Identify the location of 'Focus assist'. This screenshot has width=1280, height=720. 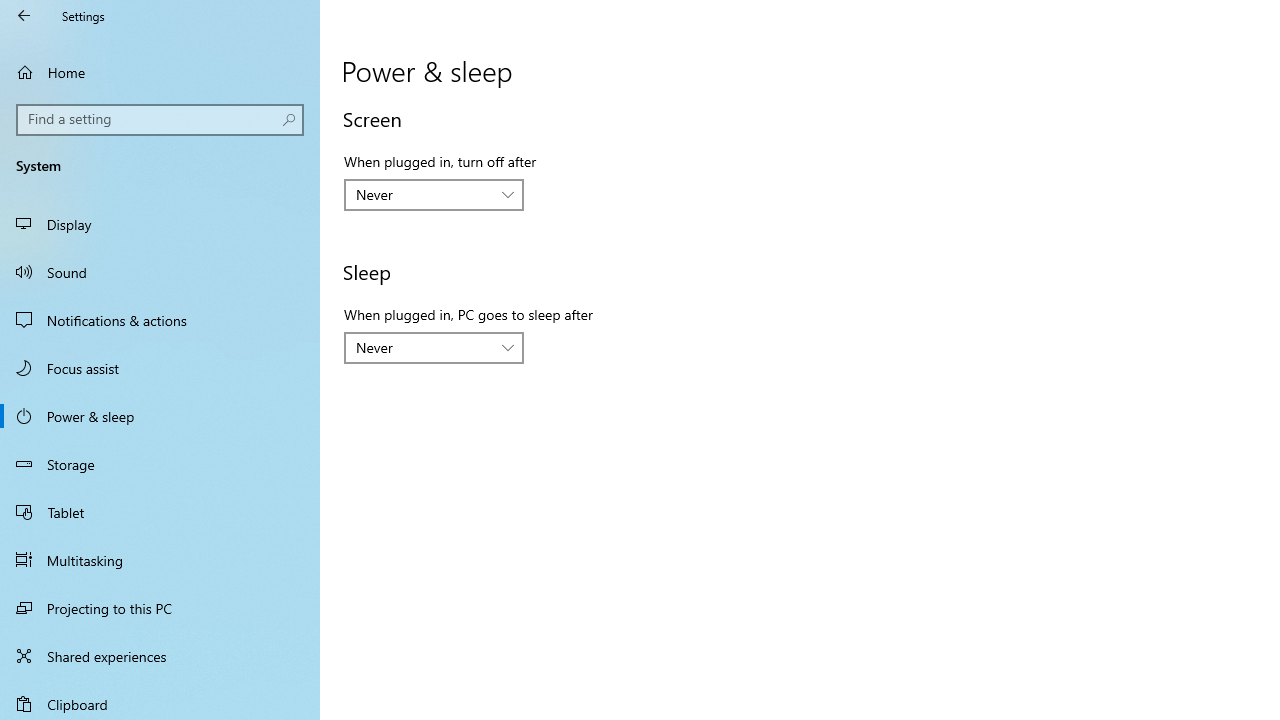
(160, 367).